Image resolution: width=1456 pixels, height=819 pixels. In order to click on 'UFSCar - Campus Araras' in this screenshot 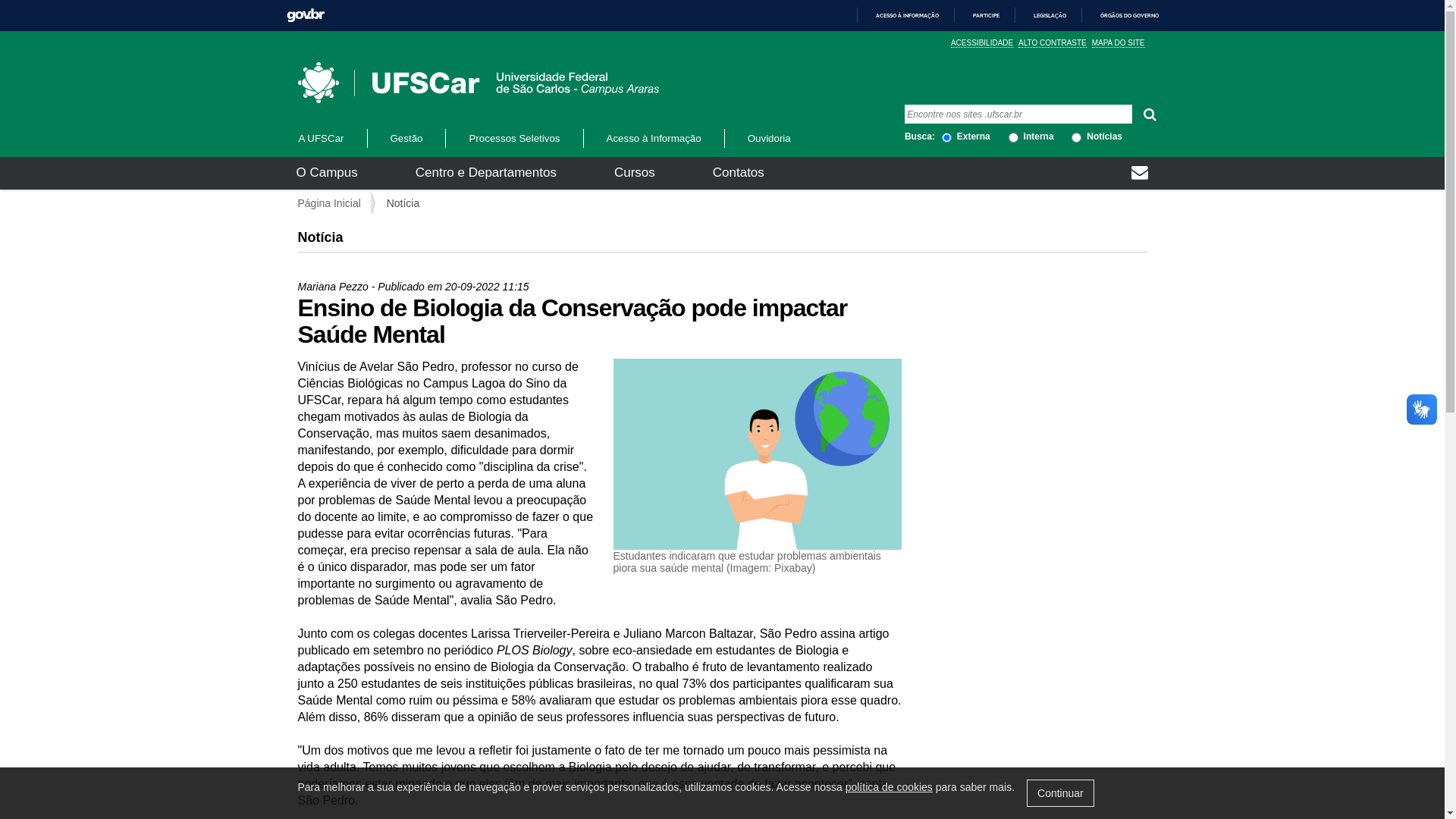, I will do `click(427, 82)`.